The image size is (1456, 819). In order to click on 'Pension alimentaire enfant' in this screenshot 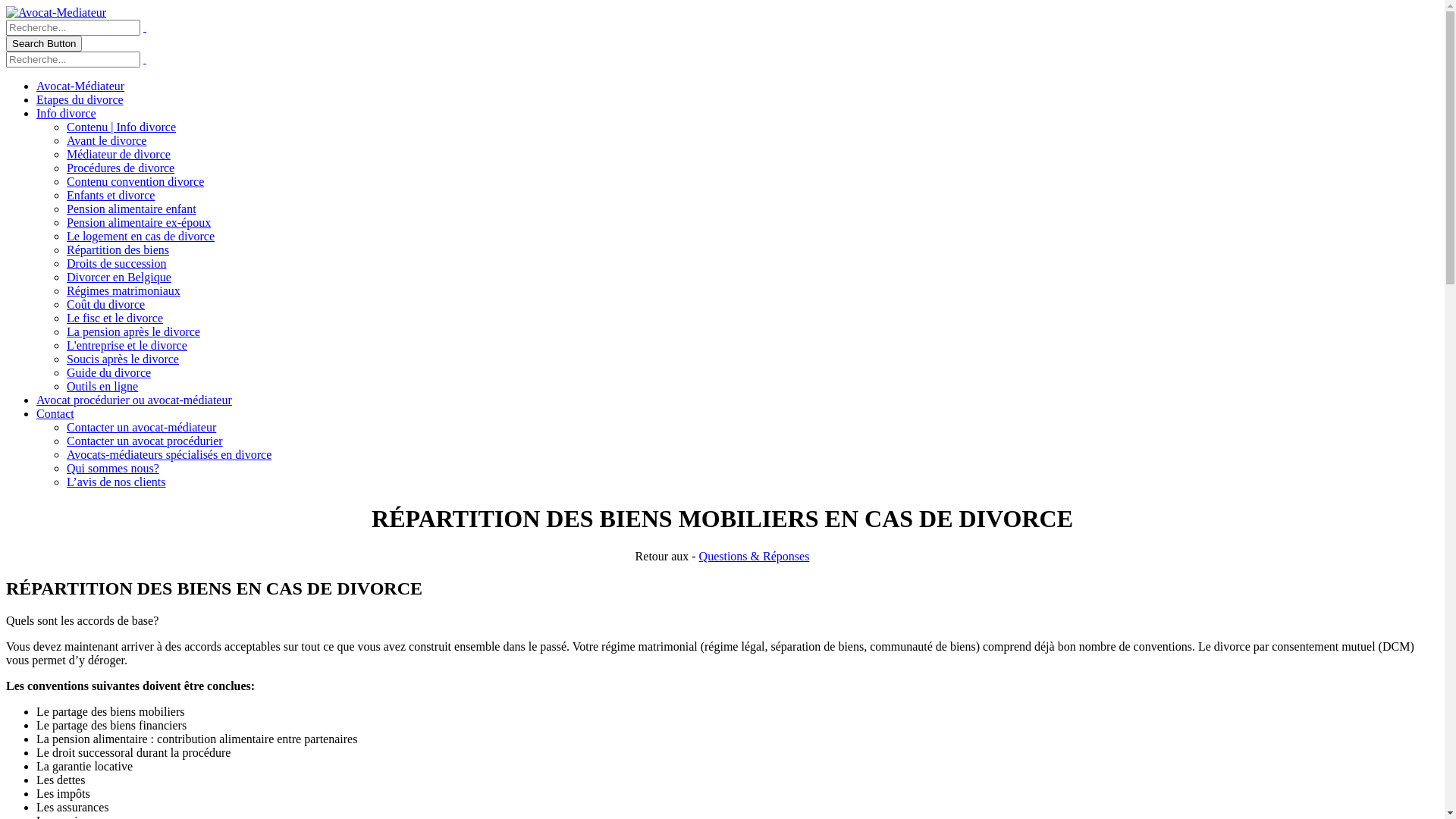, I will do `click(131, 209)`.